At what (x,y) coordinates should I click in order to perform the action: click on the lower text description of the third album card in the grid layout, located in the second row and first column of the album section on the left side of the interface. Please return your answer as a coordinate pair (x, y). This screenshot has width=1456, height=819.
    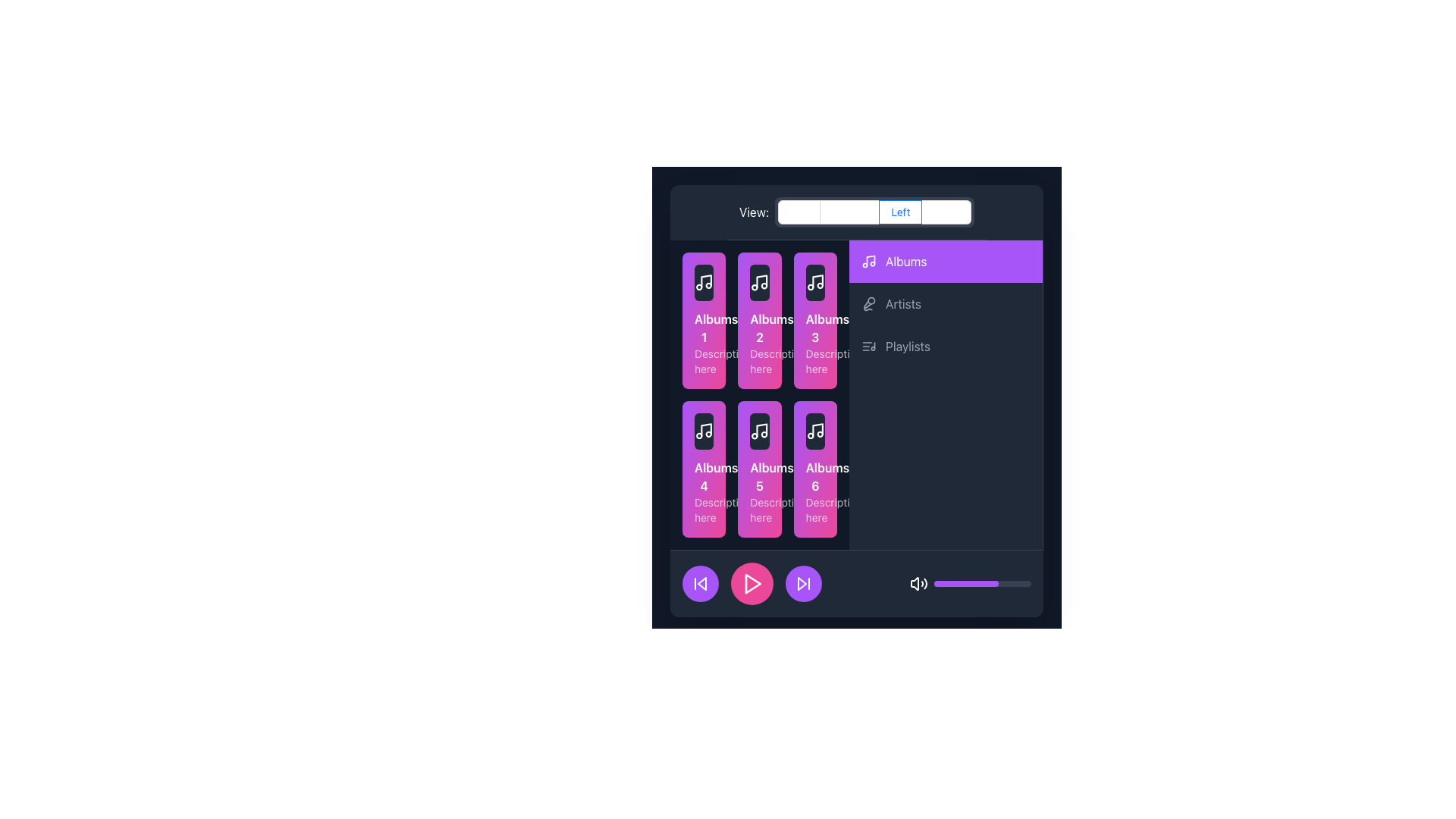
    Looking at the image, I should click on (814, 362).